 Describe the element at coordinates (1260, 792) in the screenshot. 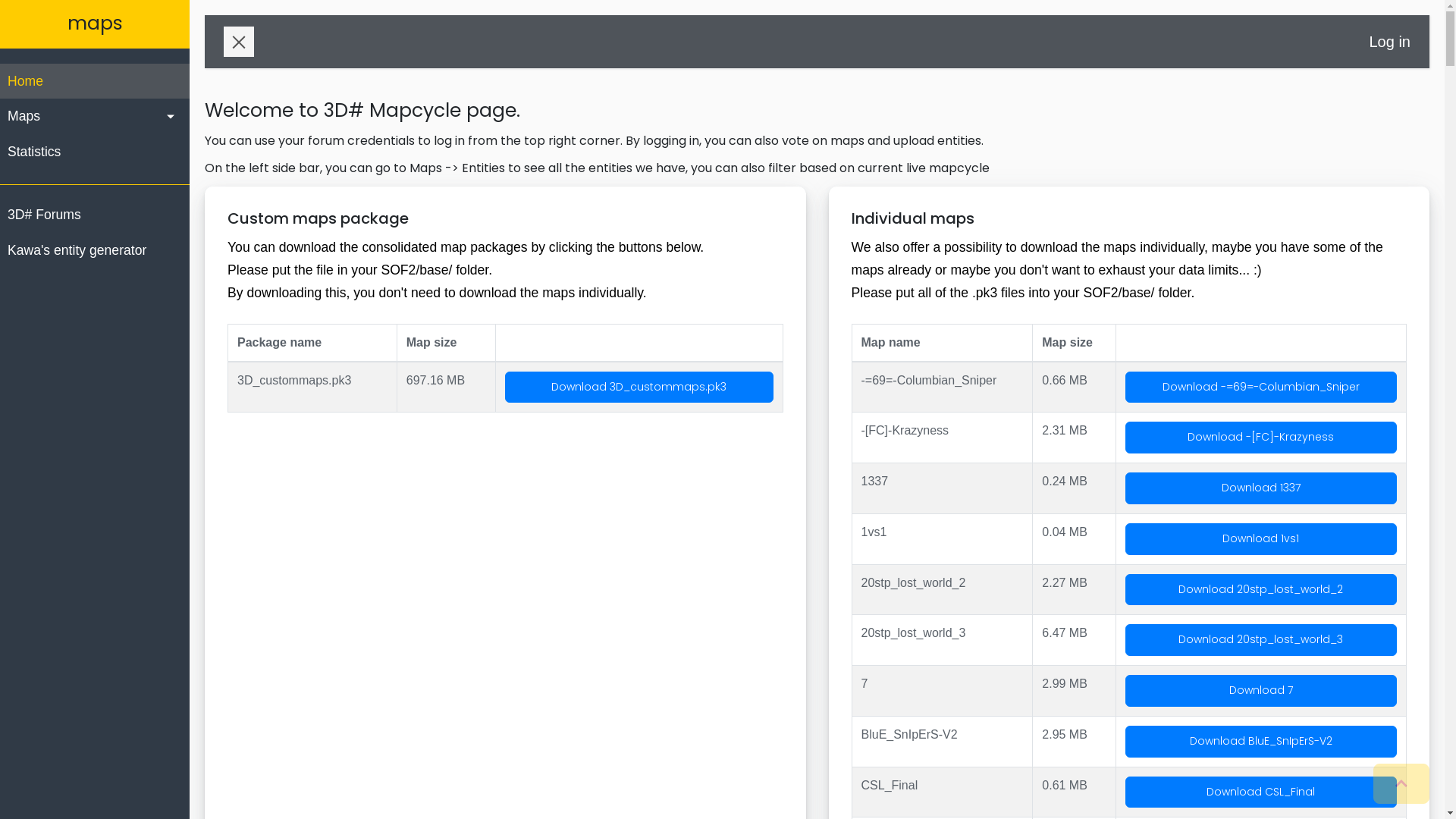

I see `'Download CSL_Final'` at that location.